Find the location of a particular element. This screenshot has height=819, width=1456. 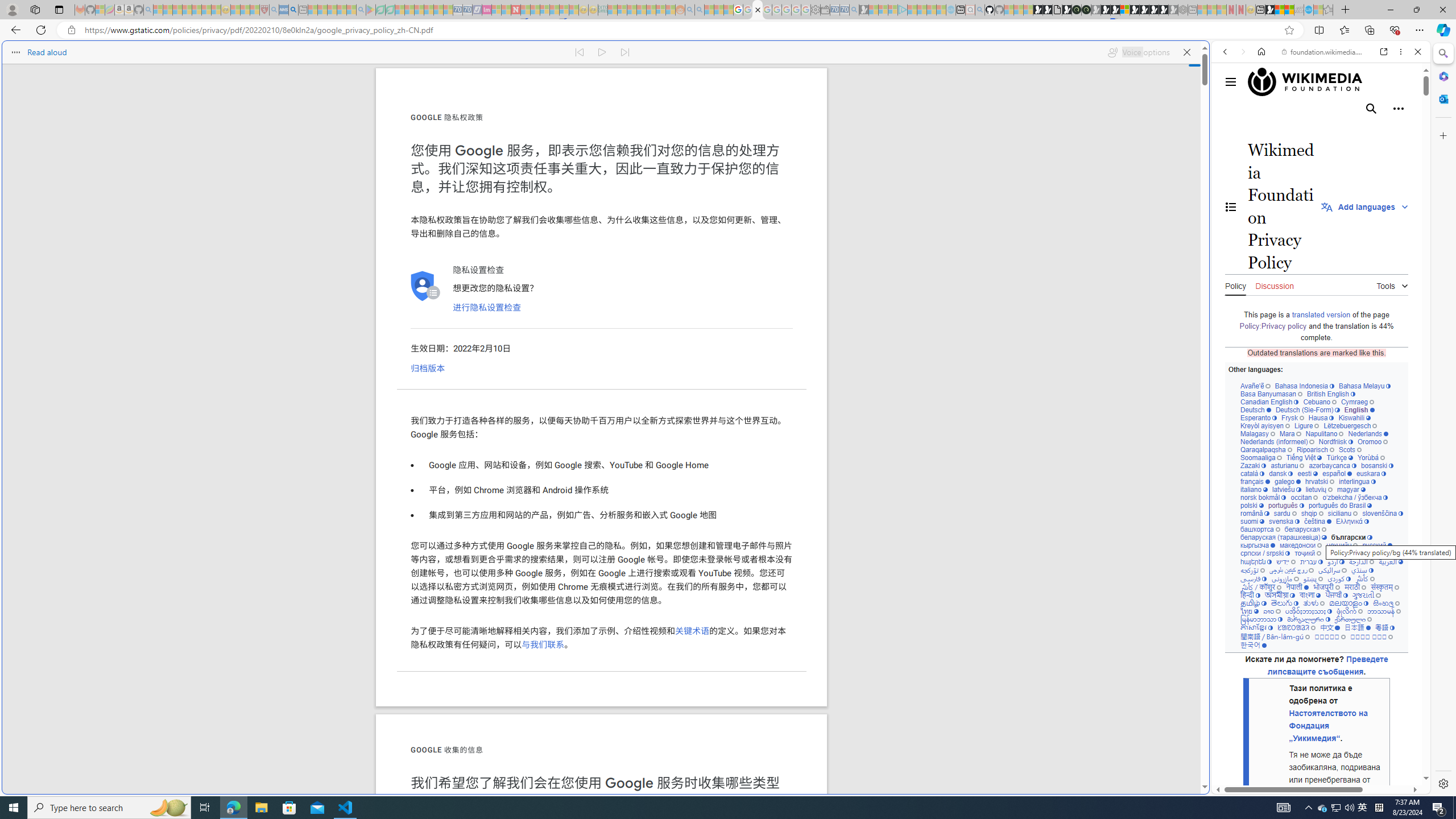

'shqip' is located at coordinates (1312, 512).